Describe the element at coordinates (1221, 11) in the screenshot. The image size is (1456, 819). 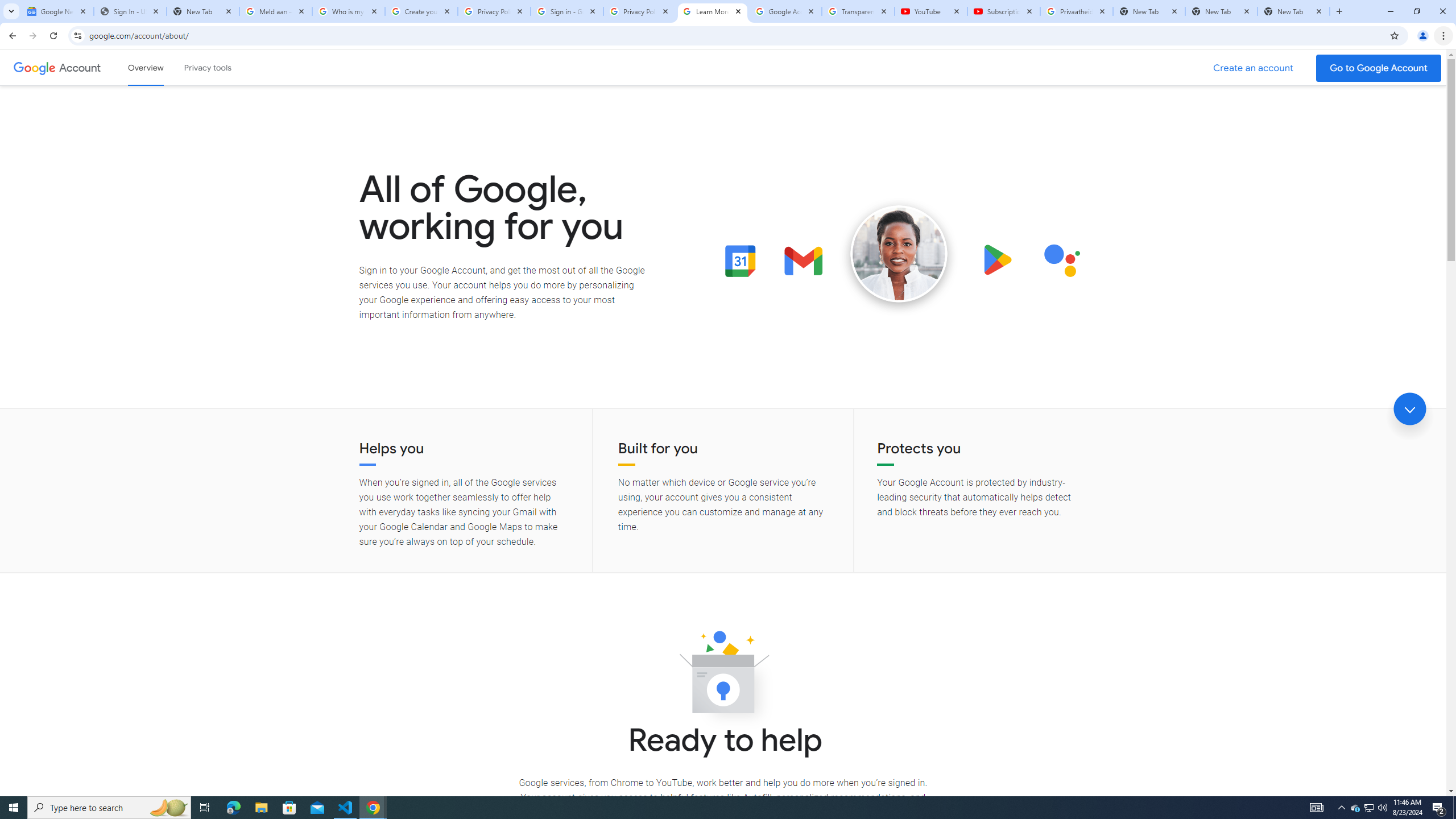
I see `'New Tab'` at that location.